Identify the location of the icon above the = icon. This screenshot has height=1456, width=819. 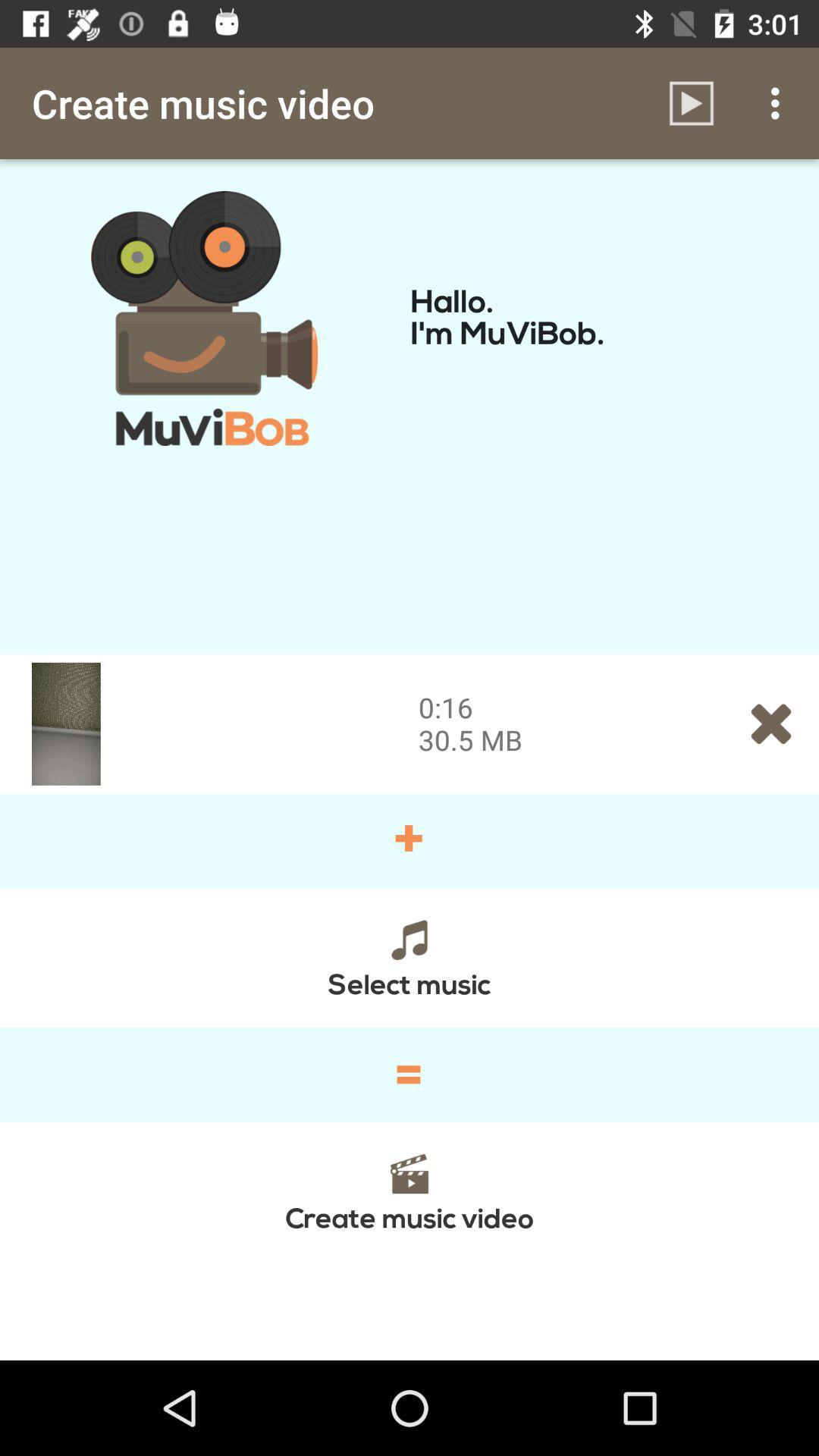
(409, 956).